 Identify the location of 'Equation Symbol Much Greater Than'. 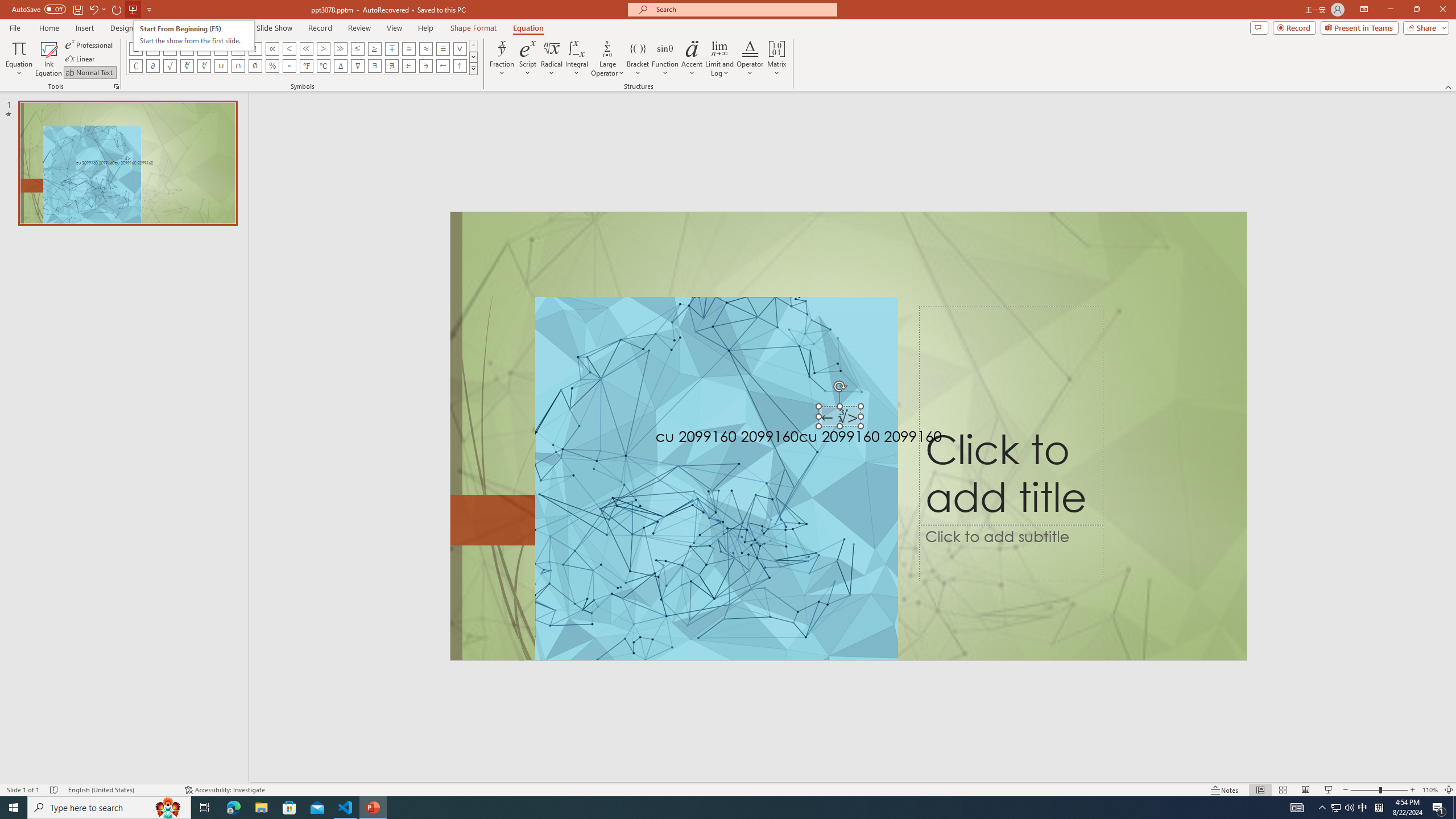
(341, 48).